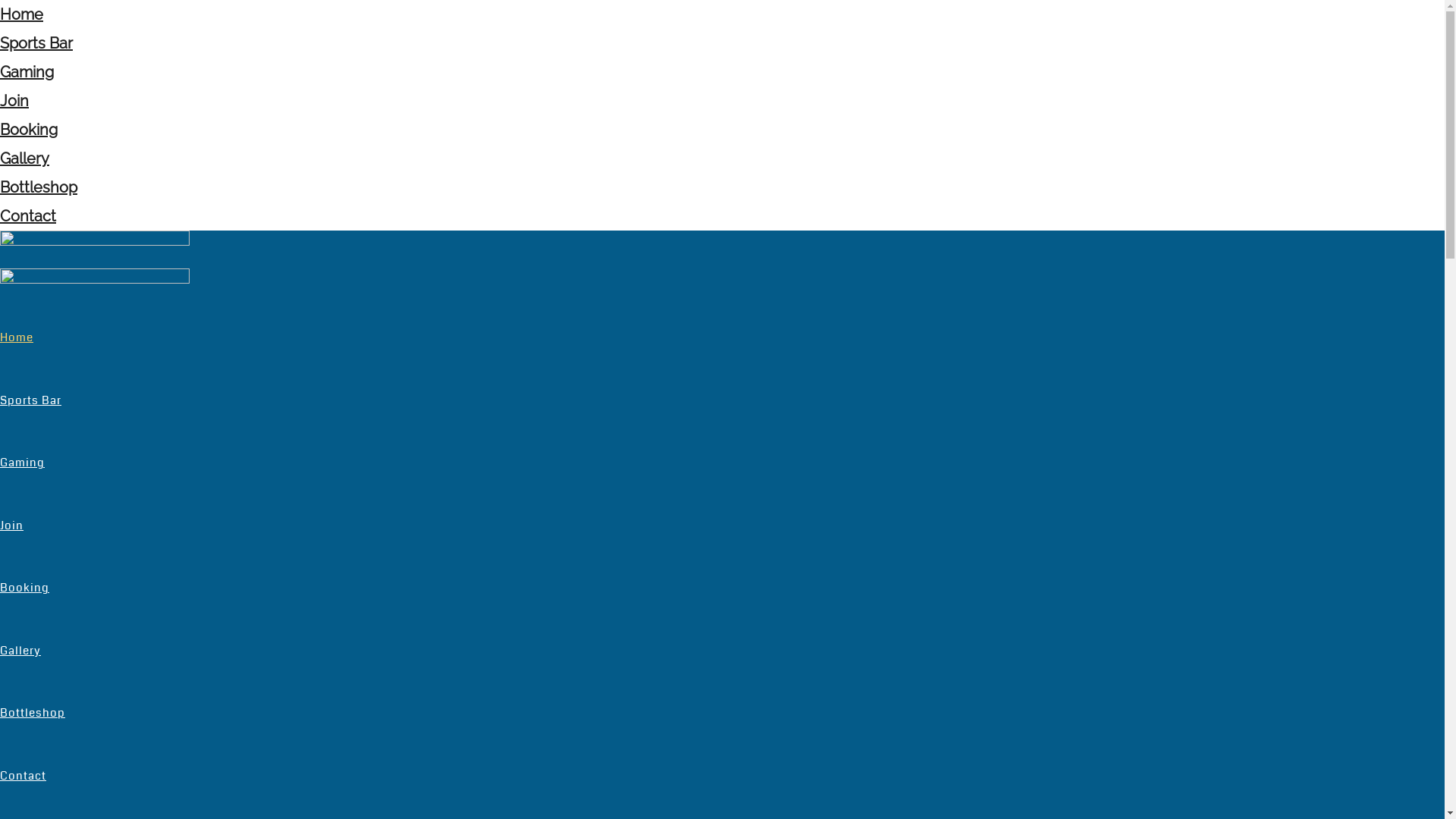 The image size is (1456, 819). What do you see at coordinates (39, 186) in the screenshot?
I see `'Bottleshop'` at bounding box center [39, 186].